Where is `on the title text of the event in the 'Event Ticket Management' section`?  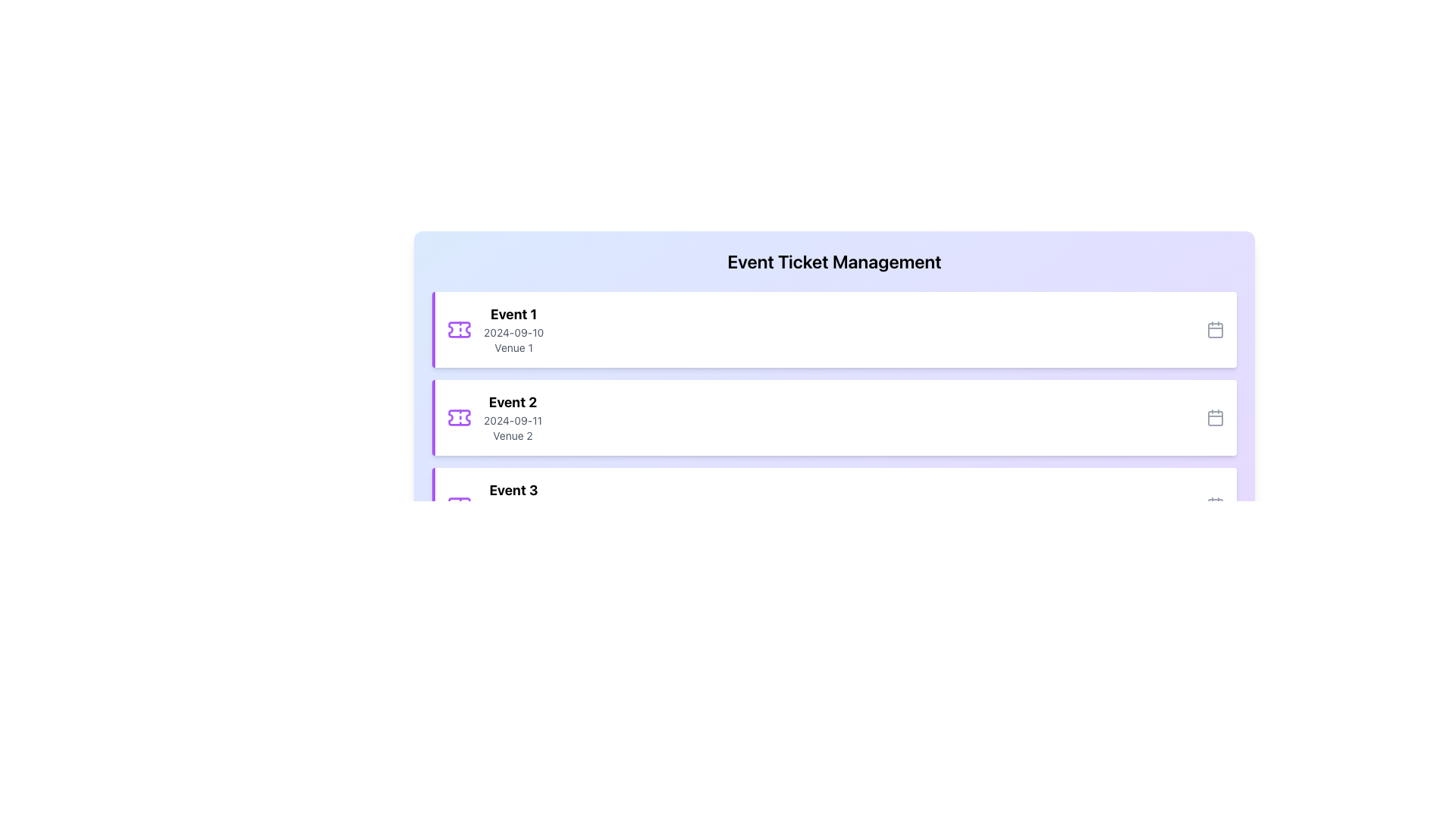
on the title text of the event in the 'Event Ticket Management' section is located at coordinates (513, 314).